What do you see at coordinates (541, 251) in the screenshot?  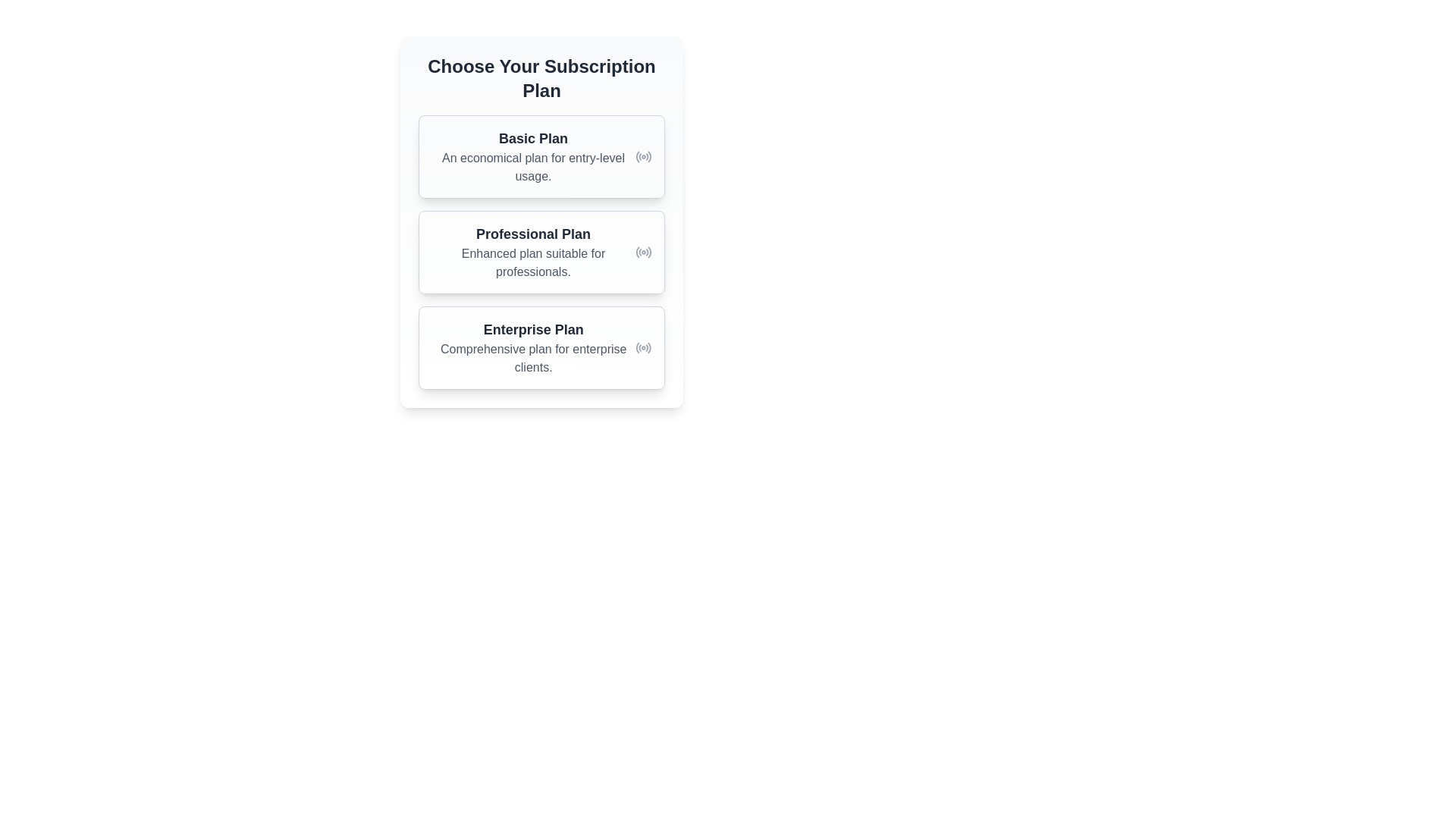 I see `the 'Professional Plan' selectable card, which features a white background, rounded corners, and contains the text 'Professional Plan' in bold, along with a radio button icon on the far-right side` at bounding box center [541, 251].